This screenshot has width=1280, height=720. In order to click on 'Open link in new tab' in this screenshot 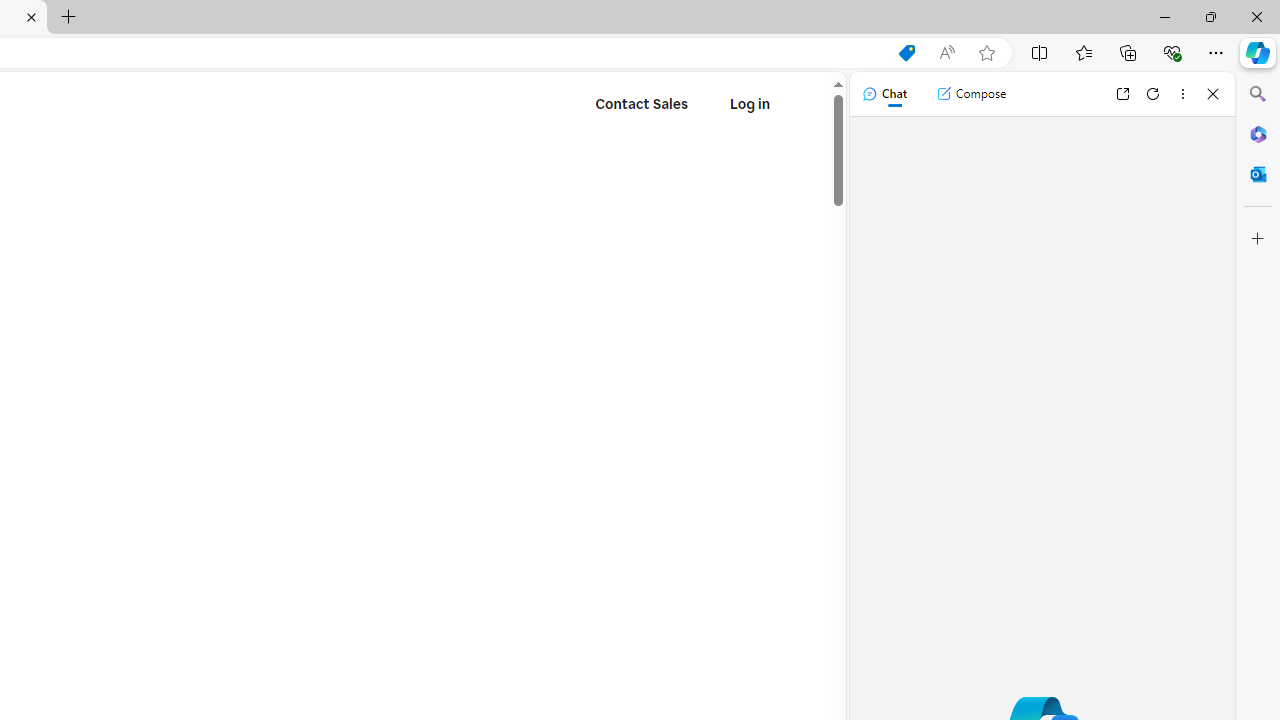, I will do `click(1122, 93)`.